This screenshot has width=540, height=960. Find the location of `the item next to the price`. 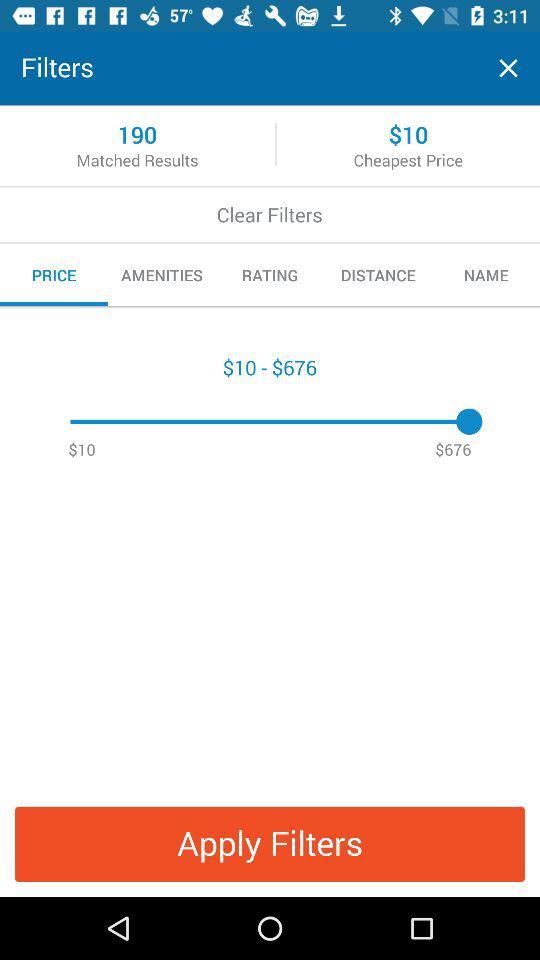

the item next to the price is located at coordinates (161, 274).